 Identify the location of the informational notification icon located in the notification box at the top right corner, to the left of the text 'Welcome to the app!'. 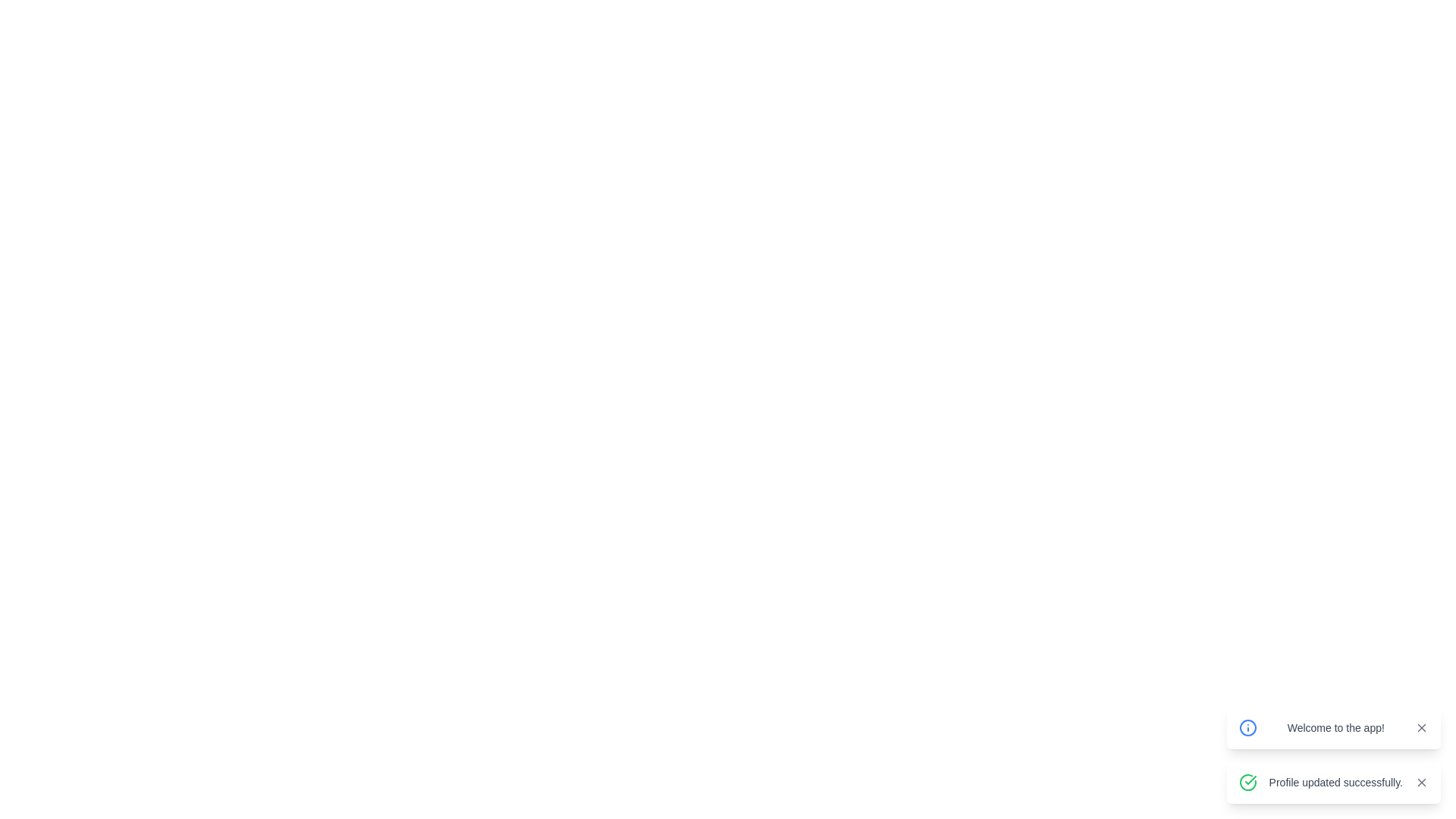
(1247, 727).